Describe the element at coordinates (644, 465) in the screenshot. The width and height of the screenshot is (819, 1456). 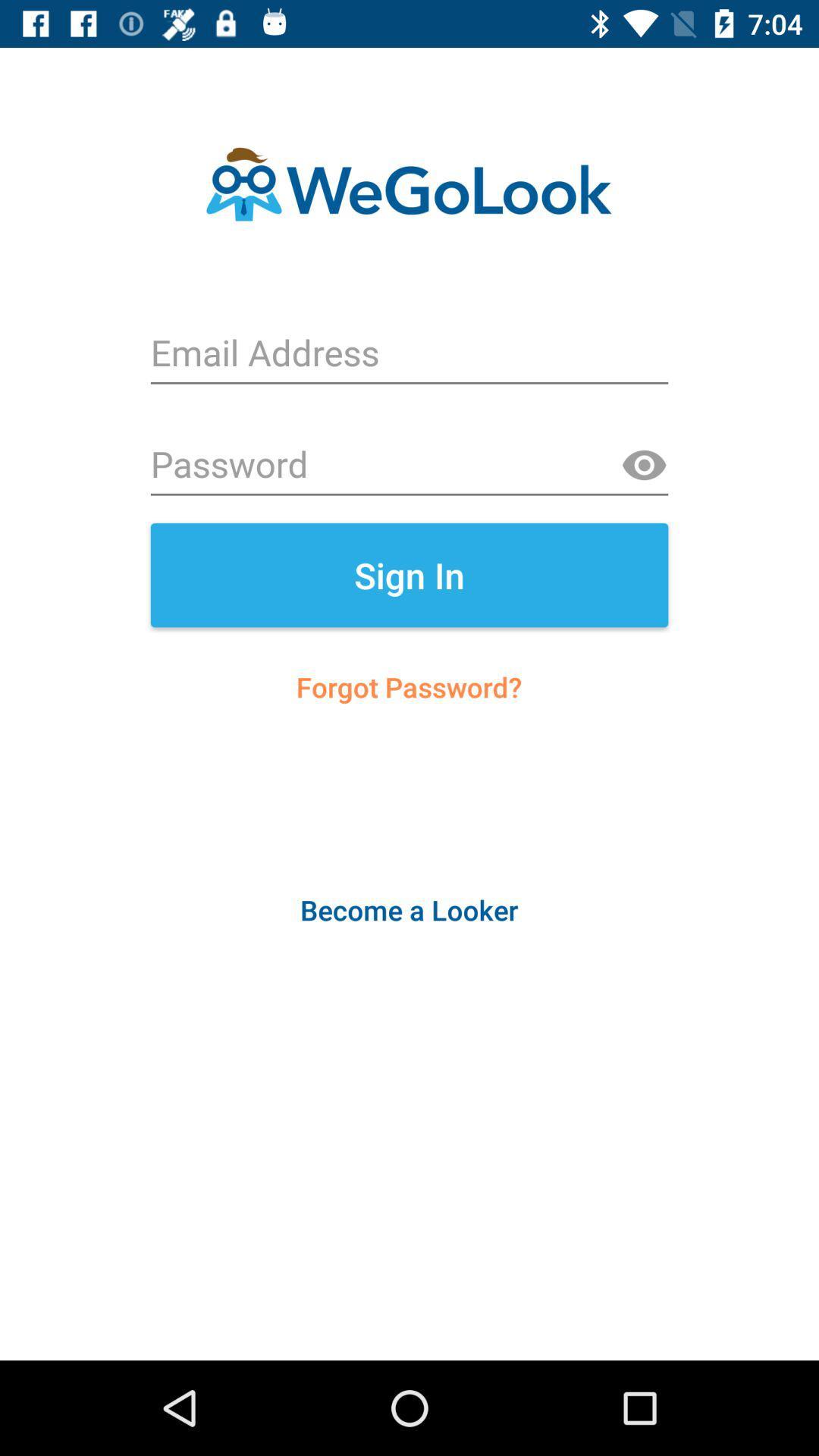
I see `show password text` at that location.